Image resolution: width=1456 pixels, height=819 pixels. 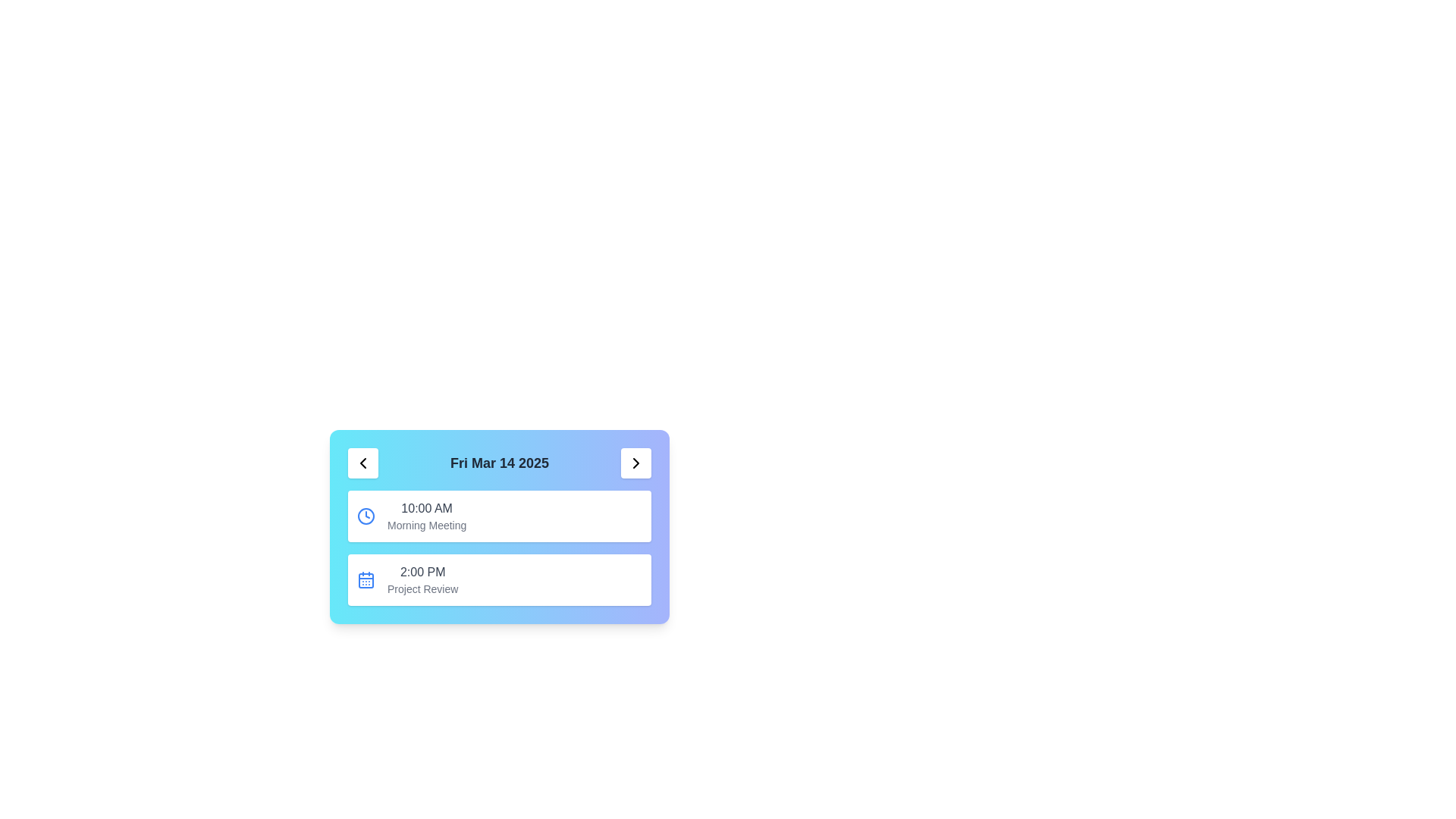 I want to click on on the text block displaying the scheduled event details for 'Morning Meeting' at '10:00 AM', so click(x=426, y=516).